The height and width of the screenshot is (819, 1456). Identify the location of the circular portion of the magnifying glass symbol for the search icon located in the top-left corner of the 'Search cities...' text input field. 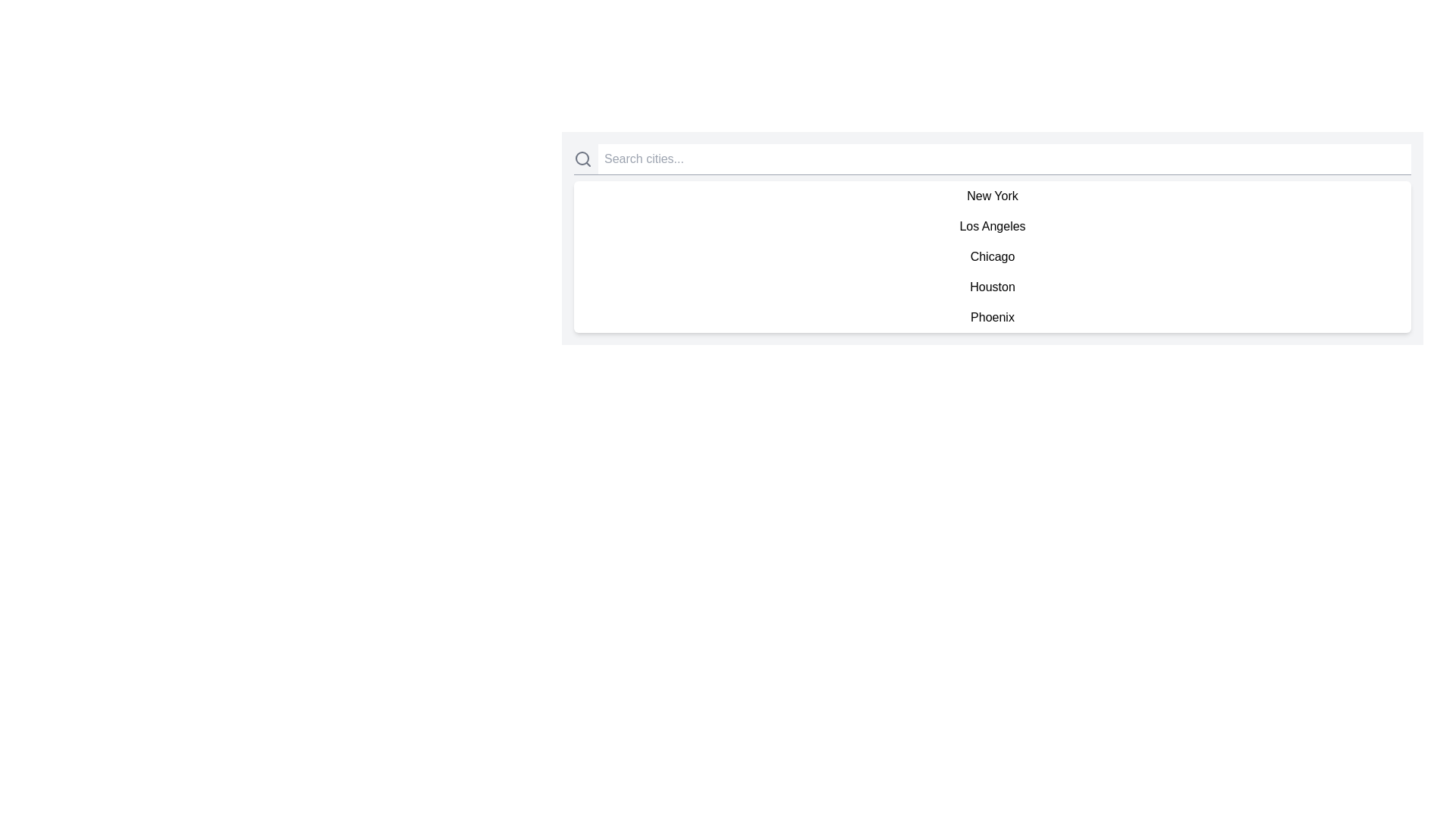
(582, 158).